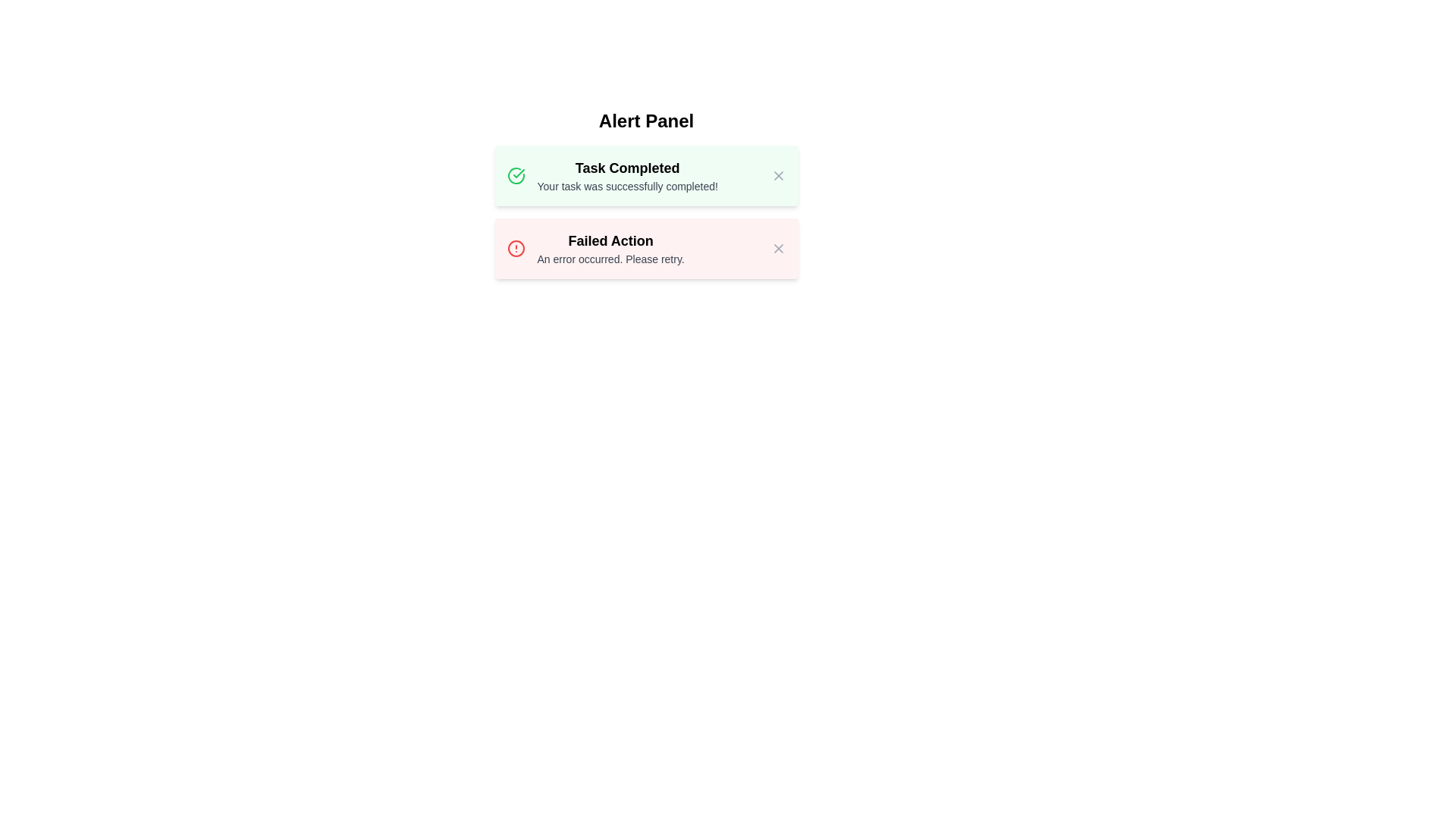 This screenshot has width=1456, height=819. Describe the element at coordinates (778, 174) in the screenshot. I see `the Close button (SVG 'X') located at the top right of the green success panel labeled 'Task Completed'` at that location.